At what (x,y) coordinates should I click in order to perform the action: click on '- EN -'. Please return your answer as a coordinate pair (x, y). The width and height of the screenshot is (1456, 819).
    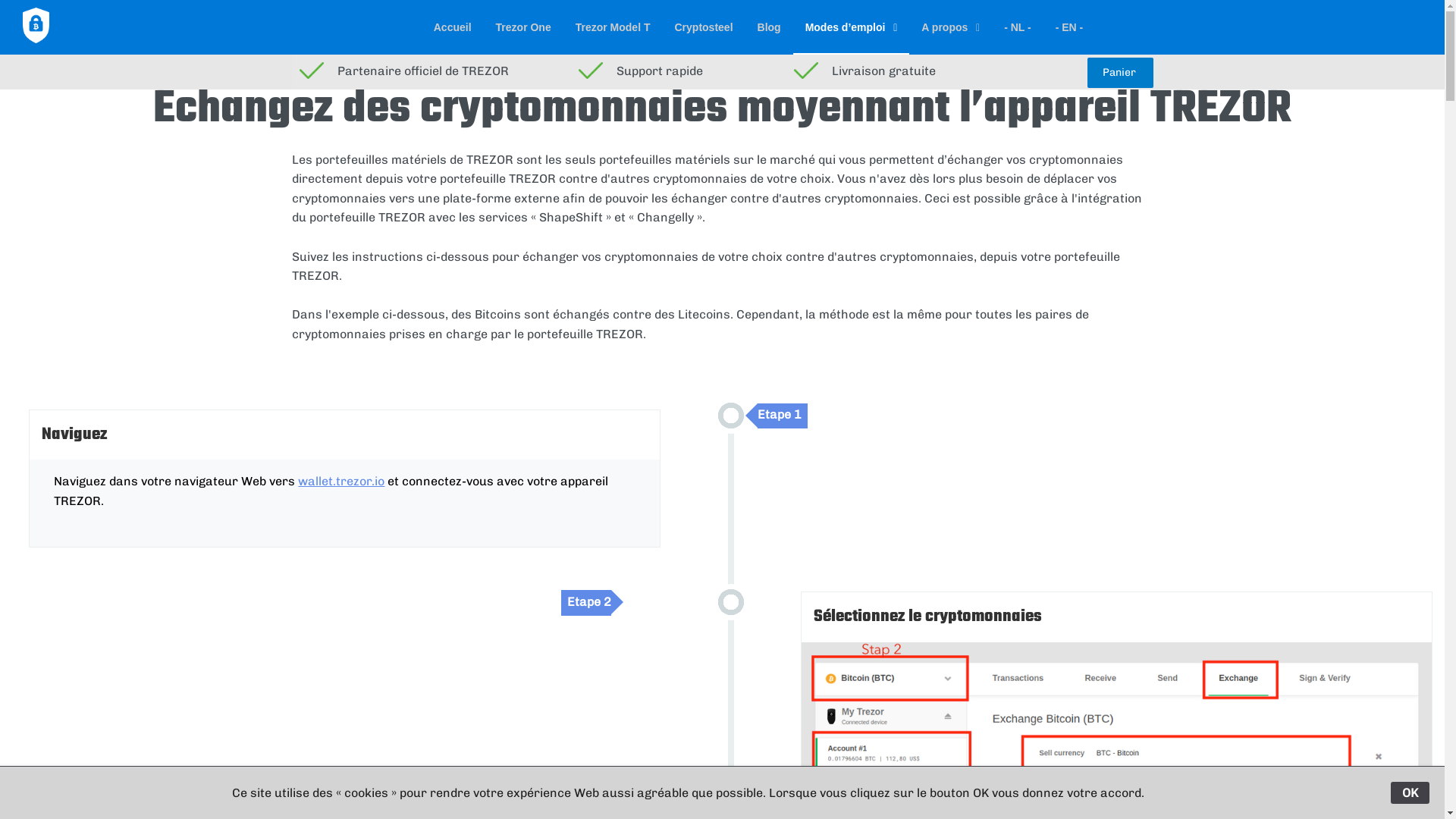
    Looking at the image, I should click on (1068, 27).